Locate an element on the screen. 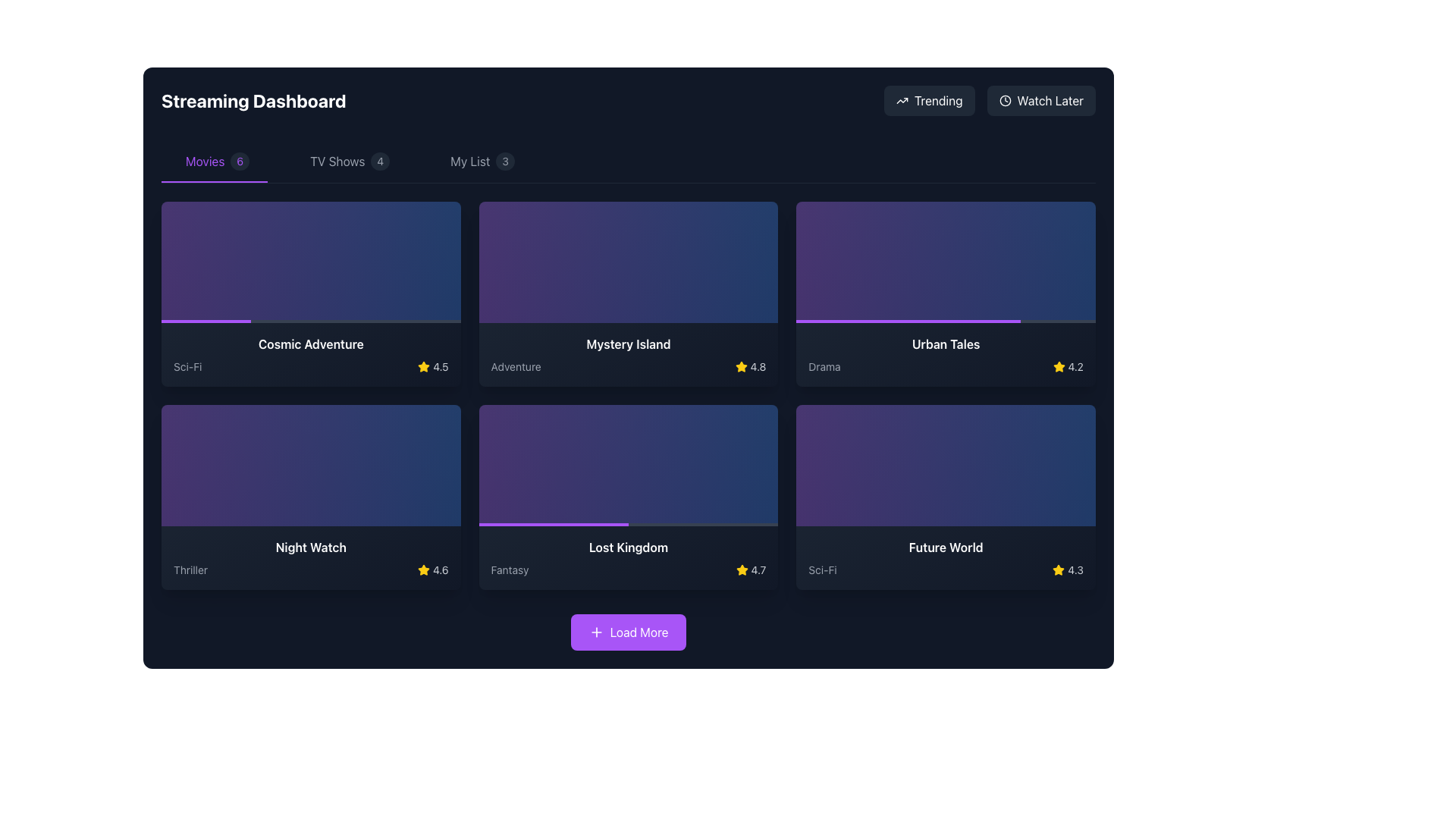  the dynamically loading content button at the bottom of the list is located at coordinates (639, 632).